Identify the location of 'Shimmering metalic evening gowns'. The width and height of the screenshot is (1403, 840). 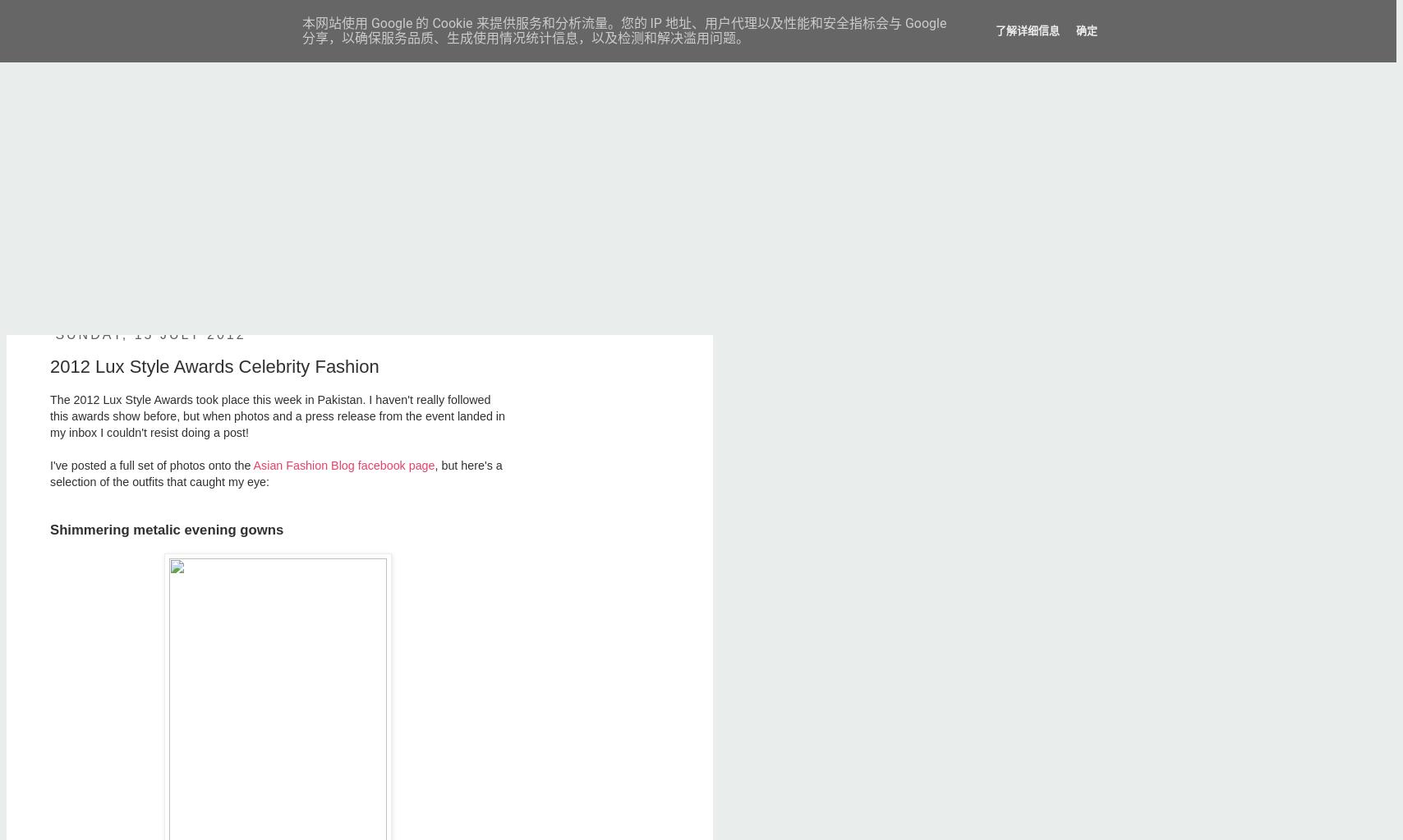
(167, 530).